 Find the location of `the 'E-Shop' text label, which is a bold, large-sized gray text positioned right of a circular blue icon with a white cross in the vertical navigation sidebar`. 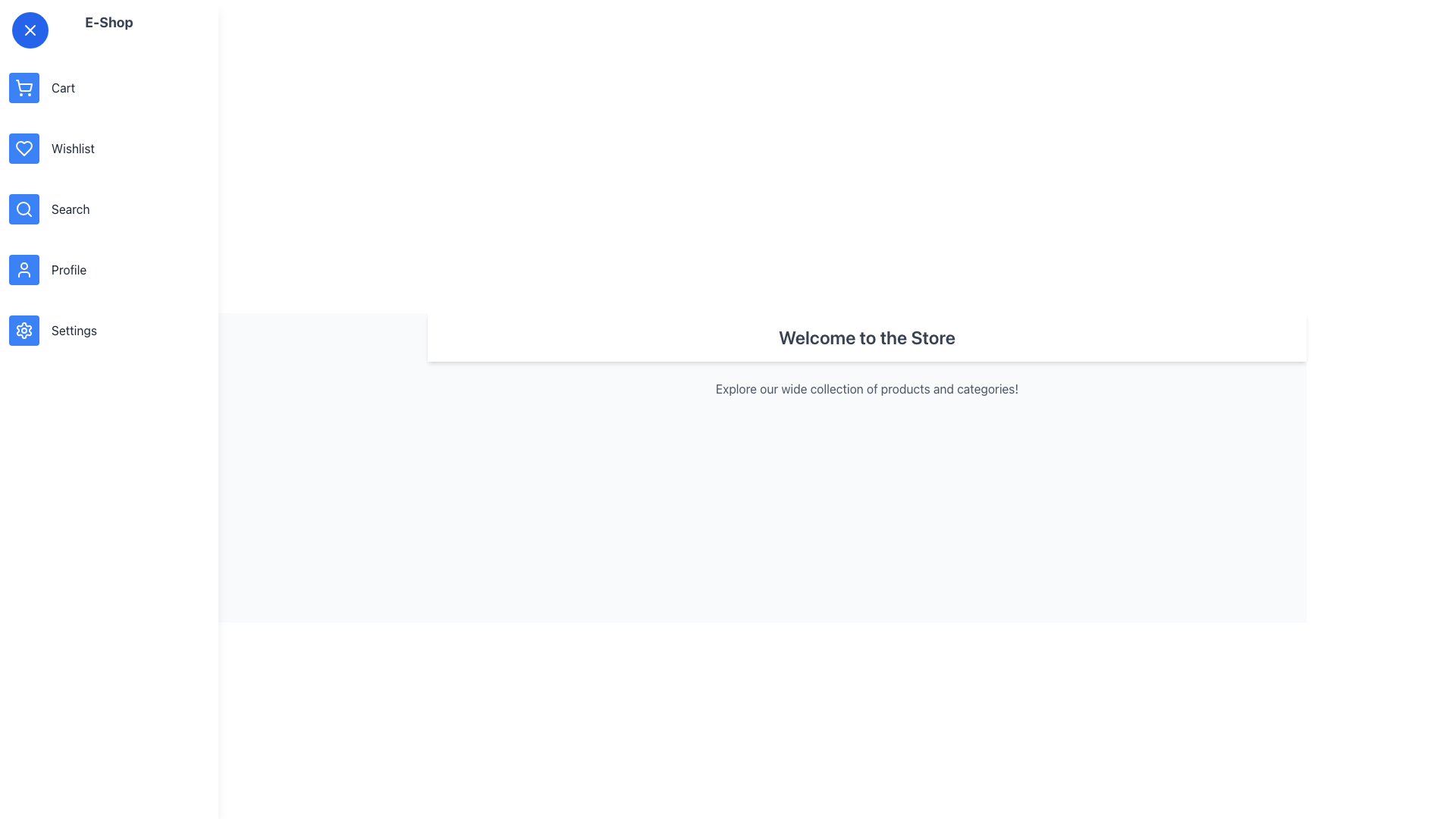

the 'E-Shop' text label, which is a bold, large-sized gray text positioned right of a circular blue icon with a white cross in the vertical navigation sidebar is located at coordinates (108, 23).